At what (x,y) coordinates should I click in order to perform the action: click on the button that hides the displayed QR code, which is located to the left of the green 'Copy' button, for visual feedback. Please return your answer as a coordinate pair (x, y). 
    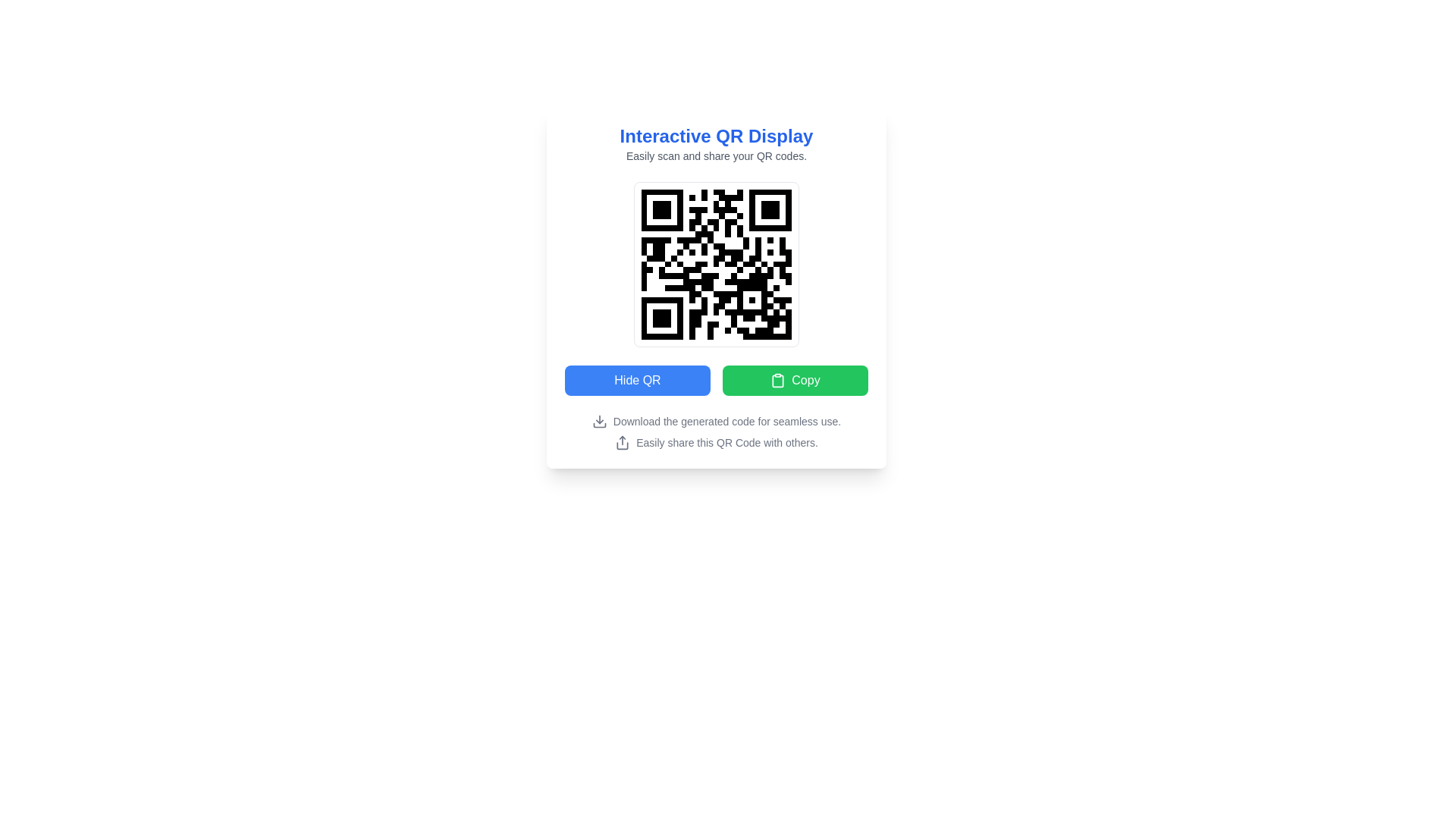
    Looking at the image, I should click on (637, 379).